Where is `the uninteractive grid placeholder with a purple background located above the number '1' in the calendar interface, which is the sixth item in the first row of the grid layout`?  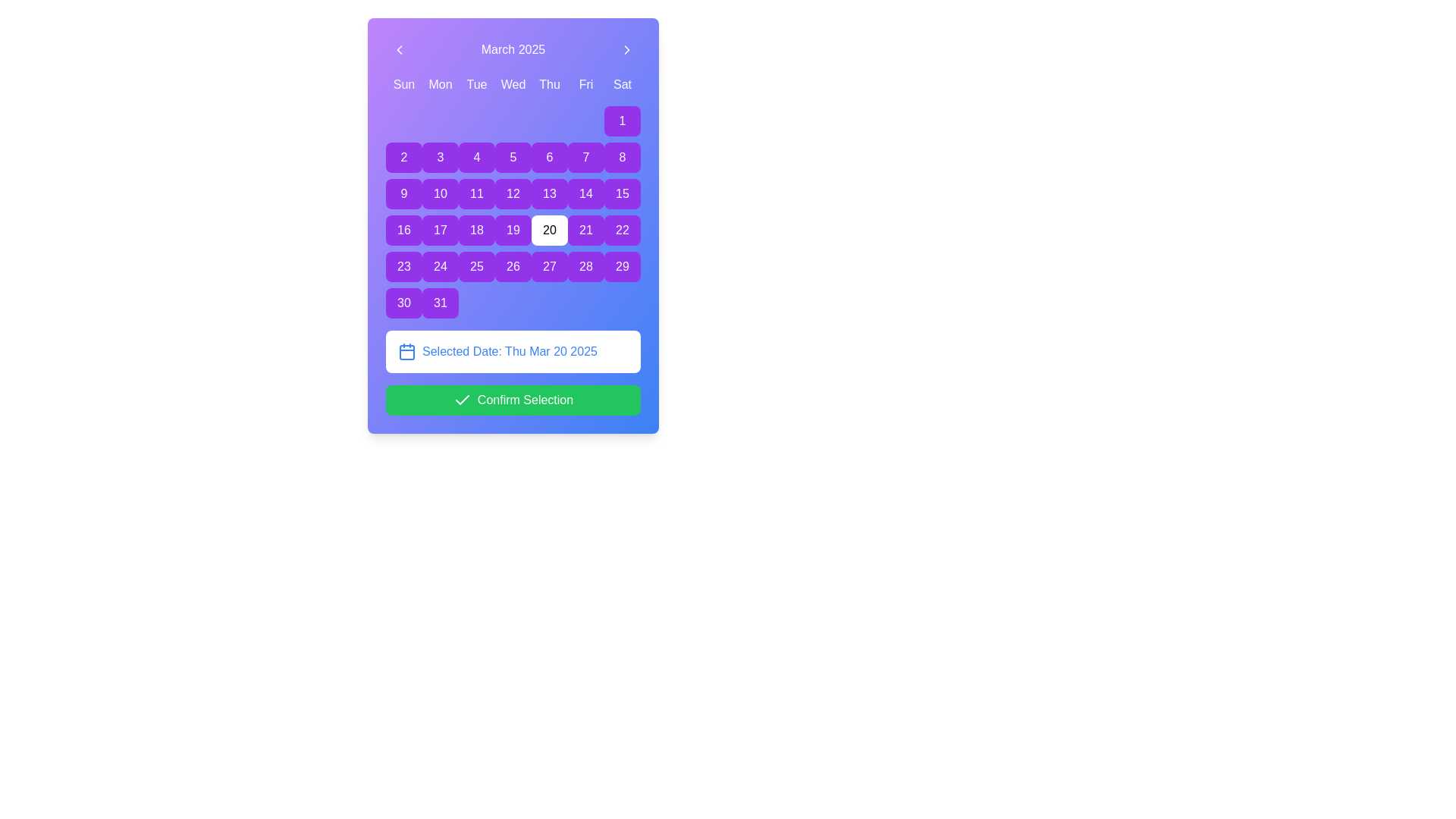 the uninteractive grid placeholder with a purple background located above the number '1' in the calendar interface, which is the sixth item in the first row of the grid layout is located at coordinates (585, 120).